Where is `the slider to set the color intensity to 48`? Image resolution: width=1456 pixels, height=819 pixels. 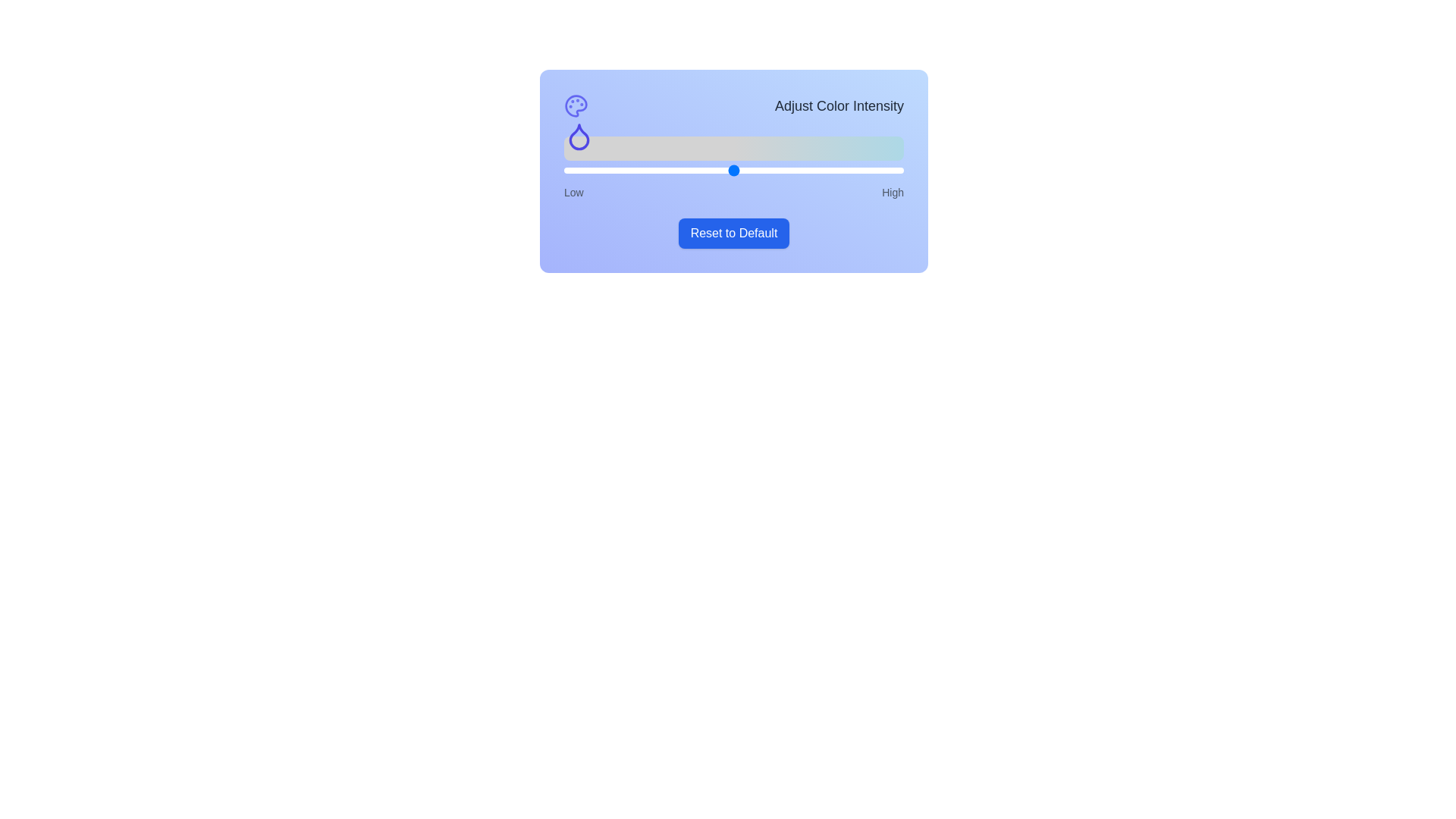 the slider to set the color intensity to 48 is located at coordinates (726, 170).